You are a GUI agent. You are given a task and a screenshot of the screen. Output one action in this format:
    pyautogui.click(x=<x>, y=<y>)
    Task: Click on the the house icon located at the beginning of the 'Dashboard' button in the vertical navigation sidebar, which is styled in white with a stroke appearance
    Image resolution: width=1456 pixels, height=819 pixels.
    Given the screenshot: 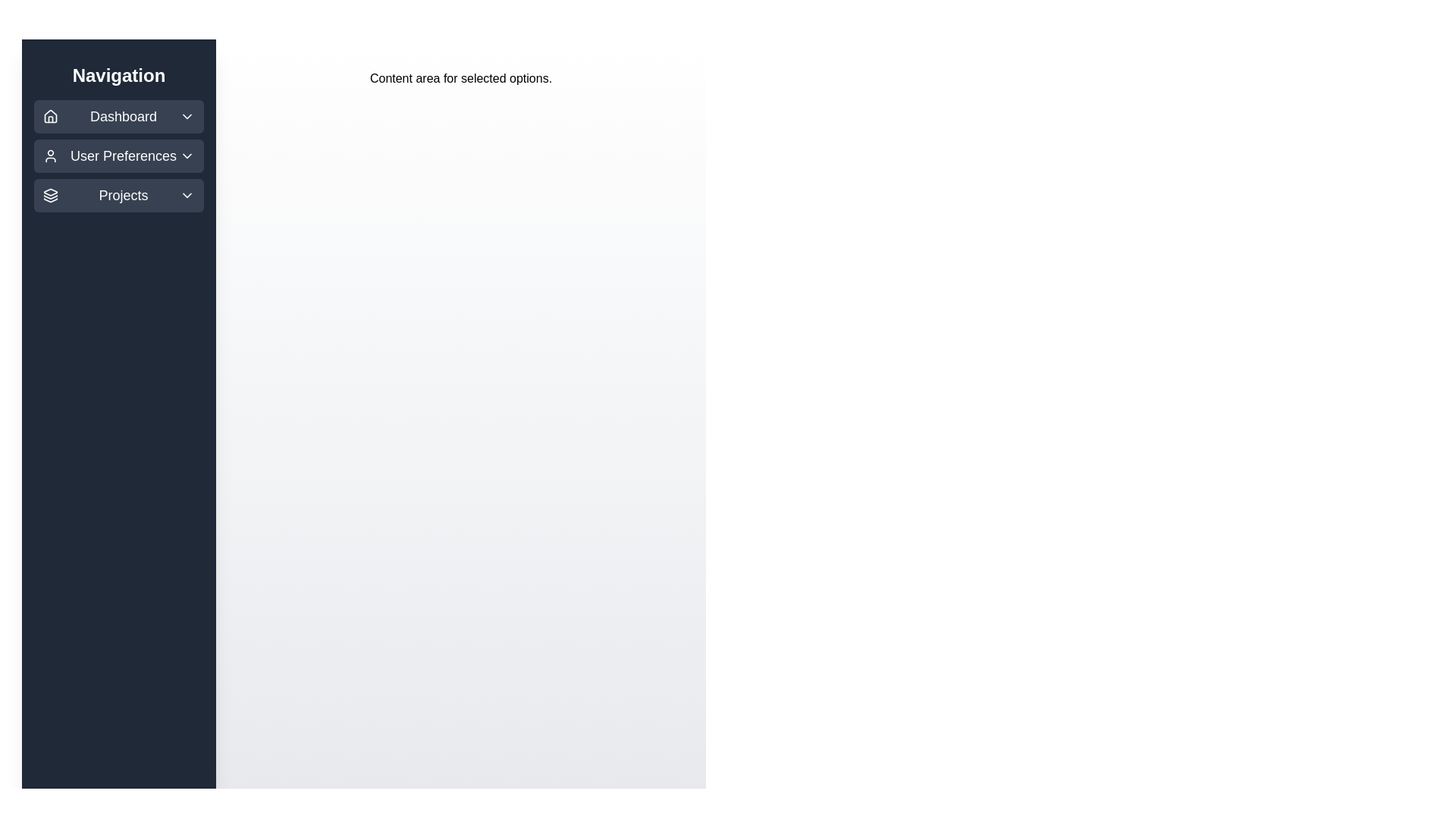 What is the action you would take?
    pyautogui.click(x=51, y=116)
    